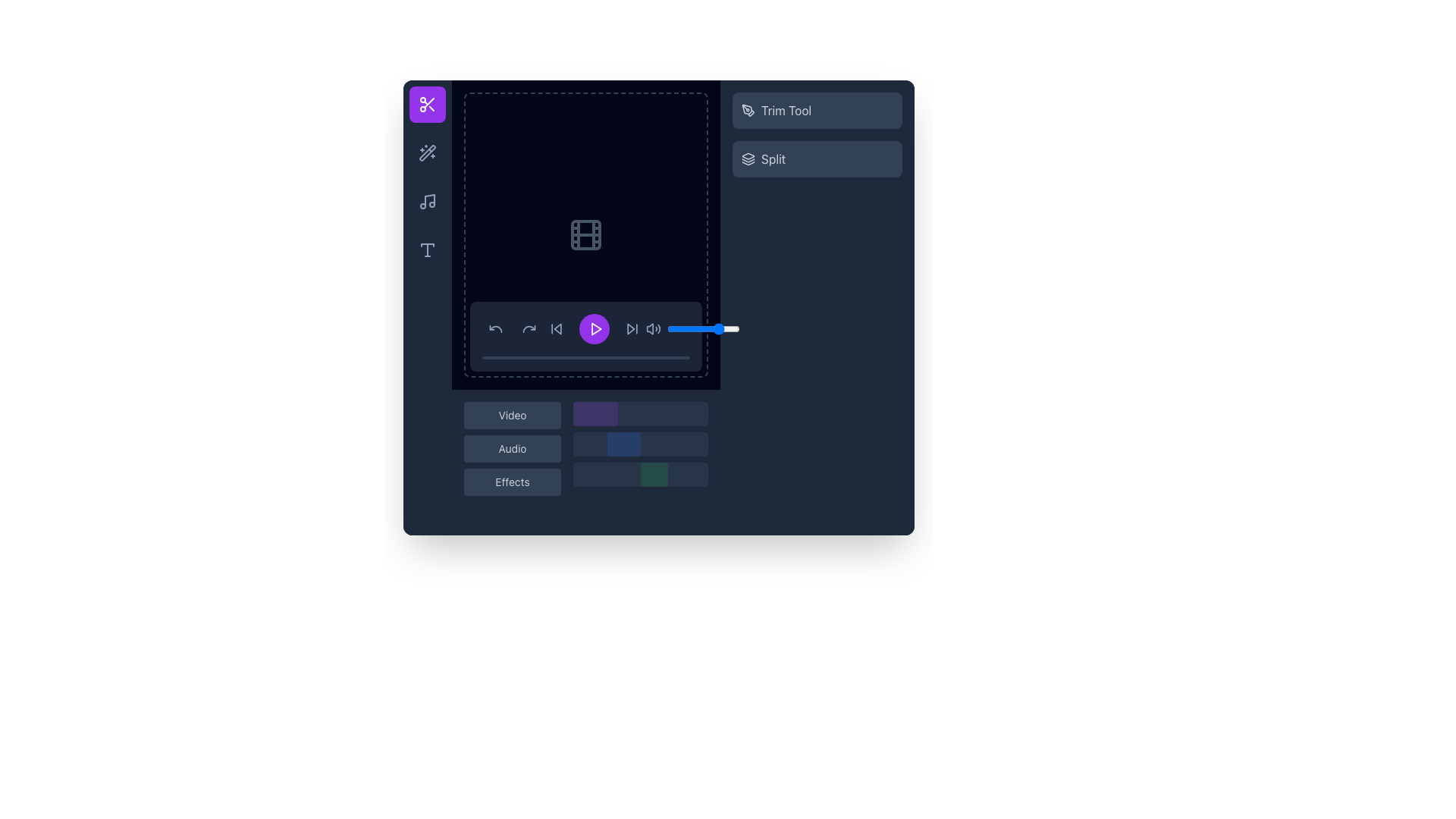 Image resolution: width=1456 pixels, height=819 pixels. I want to click on the undo icon button, which is the first icon in the toolbar at the center-bottom of the interface, so click(495, 328).